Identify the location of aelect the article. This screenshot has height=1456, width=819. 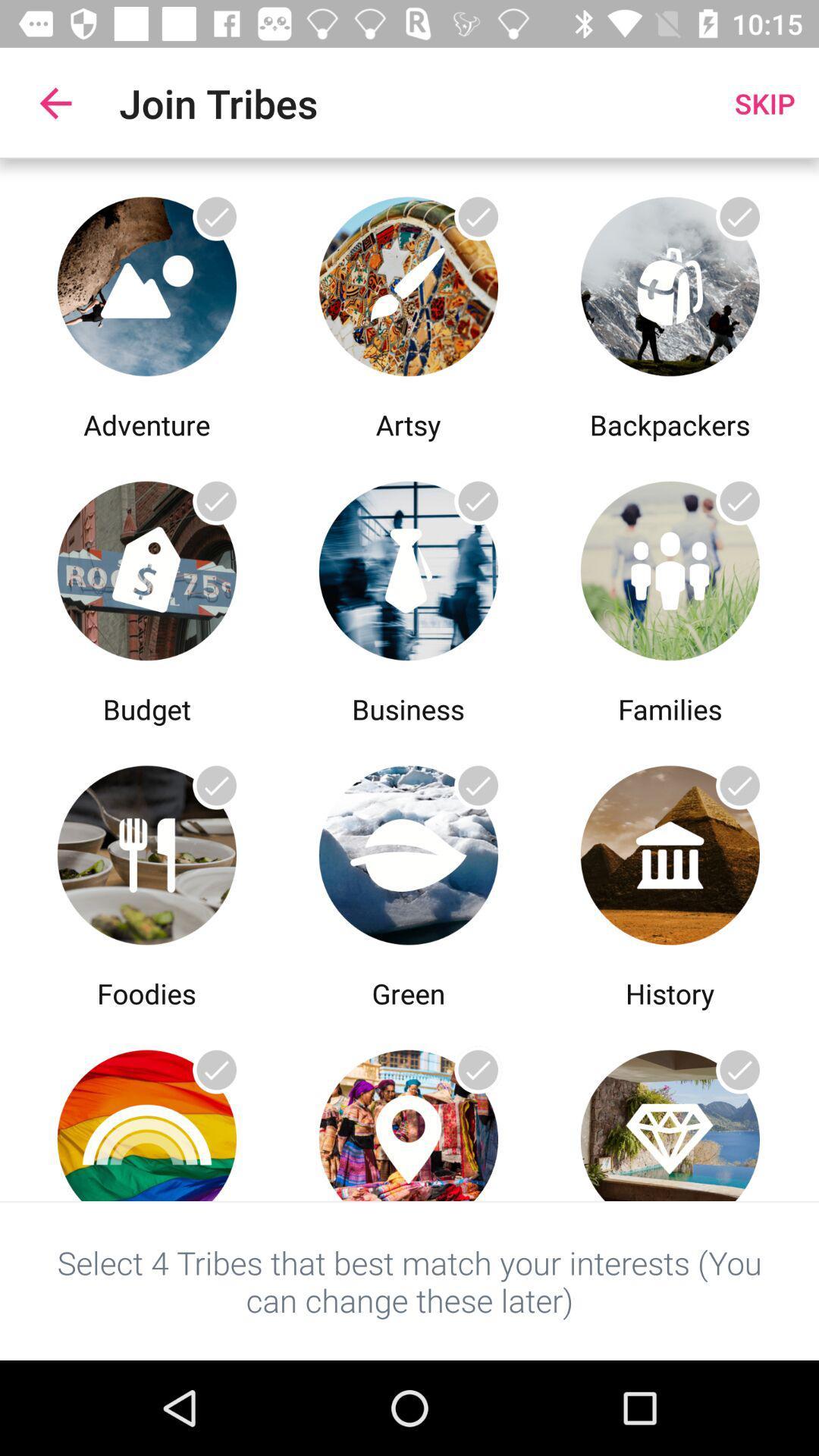
(146, 566).